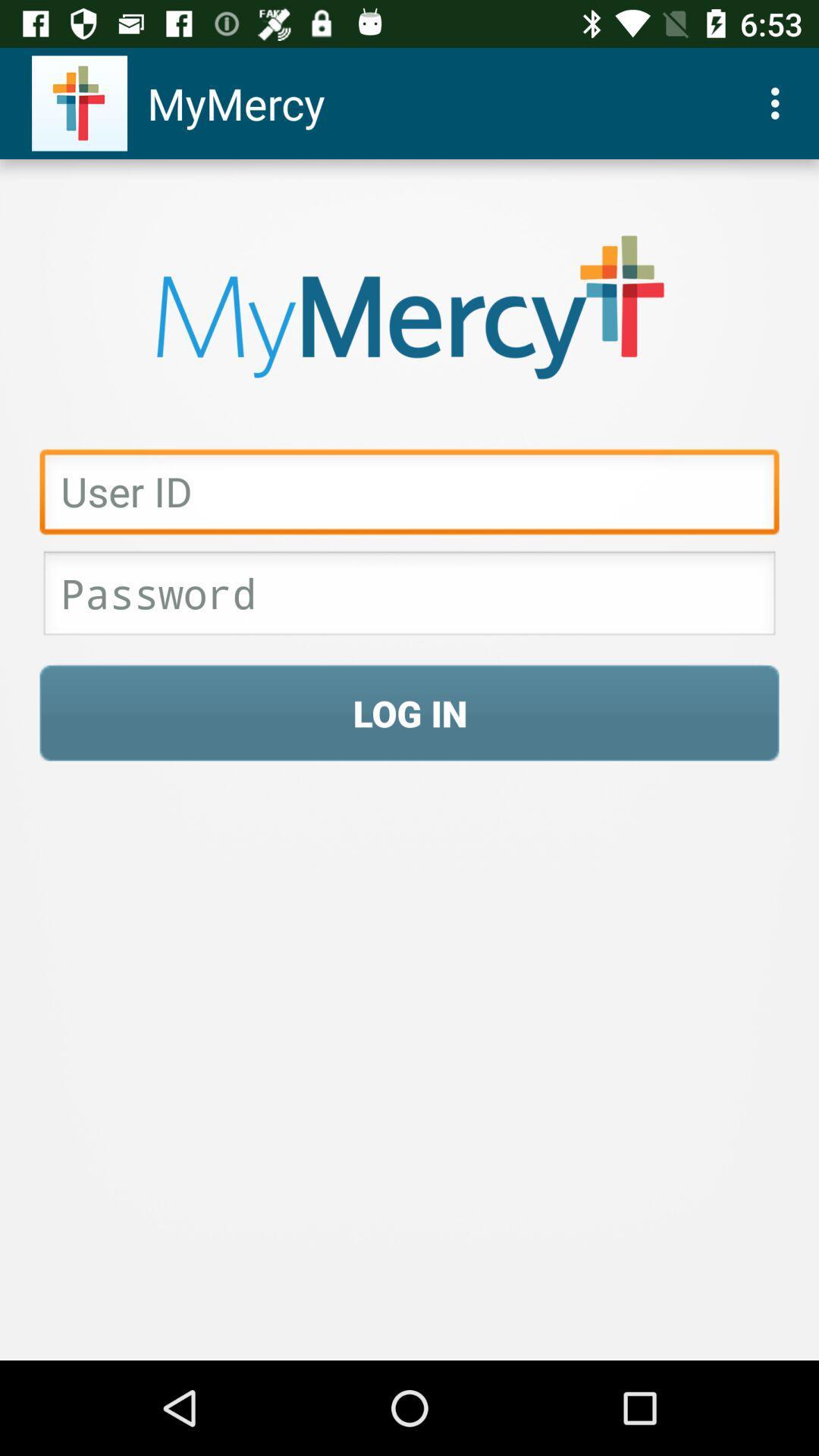 The width and height of the screenshot is (819, 1456). I want to click on password field, so click(409, 597).